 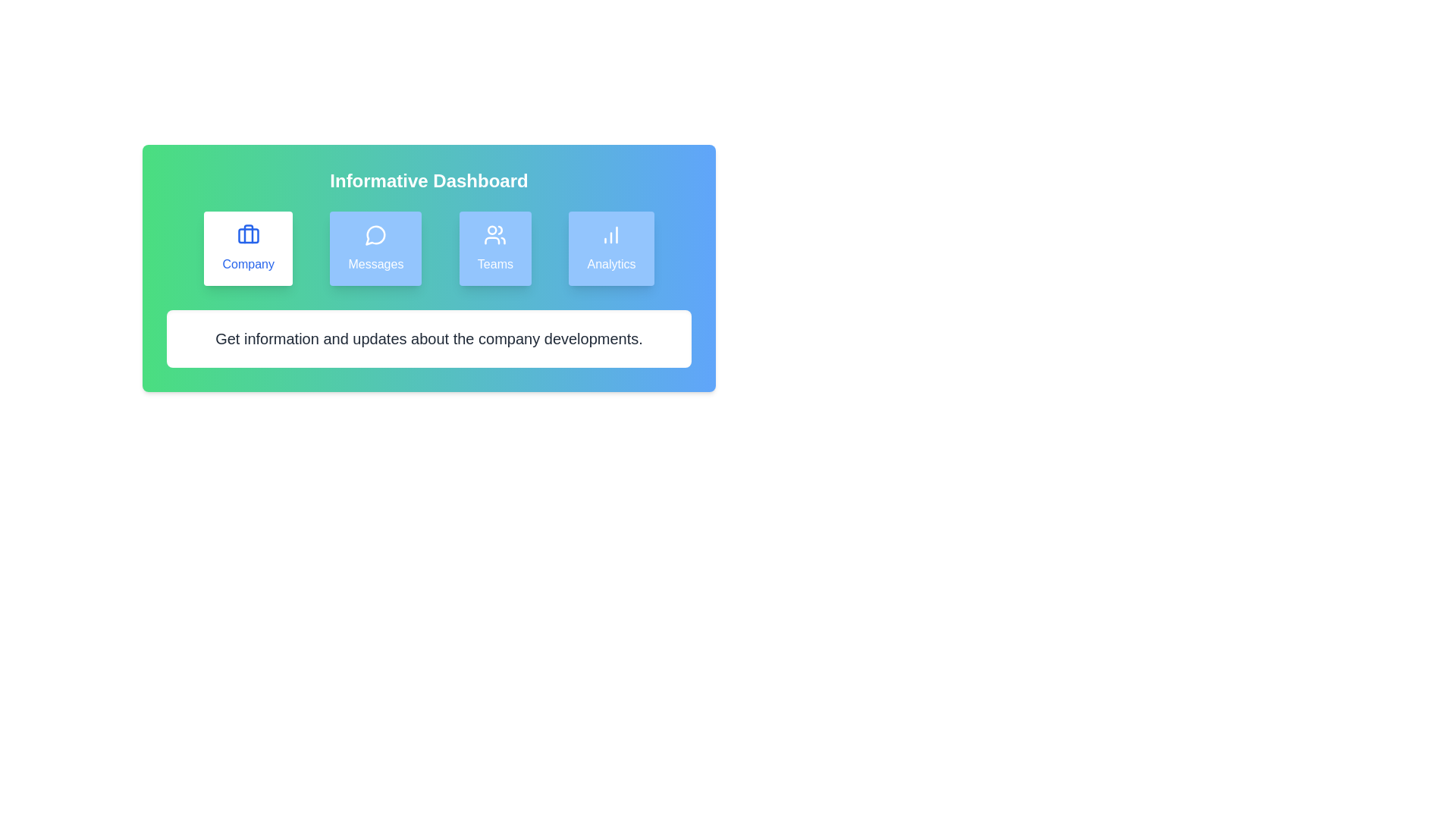 What do you see at coordinates (428, 180) in the screenshot?
I see `the header text 'Informative Dashboard' which is displayed in a bold, large font with a gradient background transitioning from green to blue, located at the top of the section with rounded corners` at bounding box center [428, 180].